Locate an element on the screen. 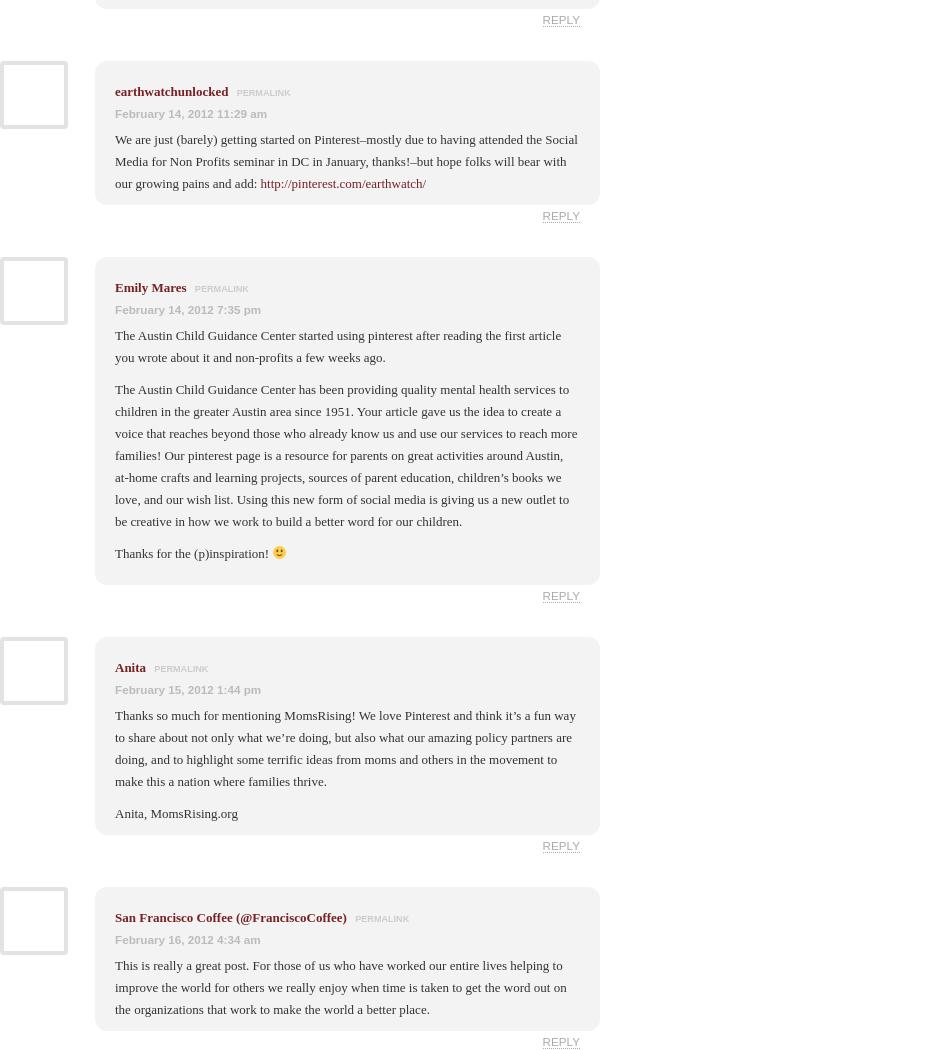  'Emily Mares' is located at coordinates (150, 285).